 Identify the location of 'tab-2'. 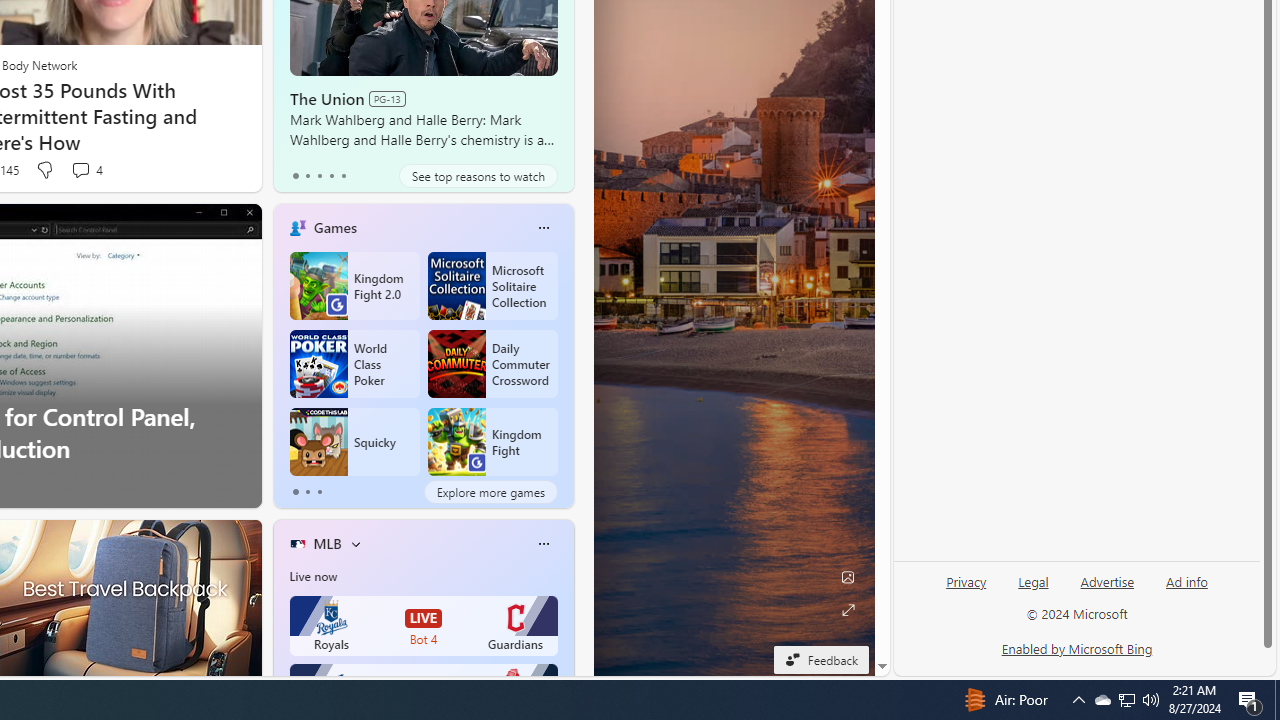
(320, 492).